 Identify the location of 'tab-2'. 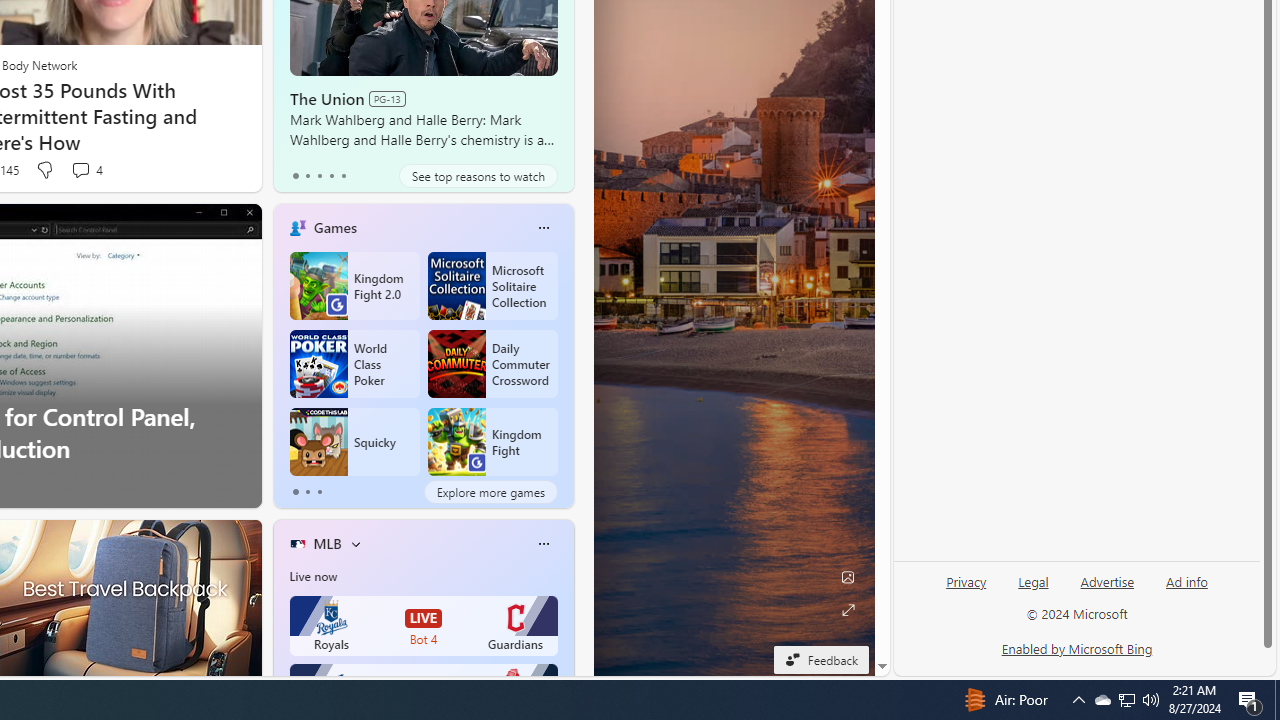
(320, 492).